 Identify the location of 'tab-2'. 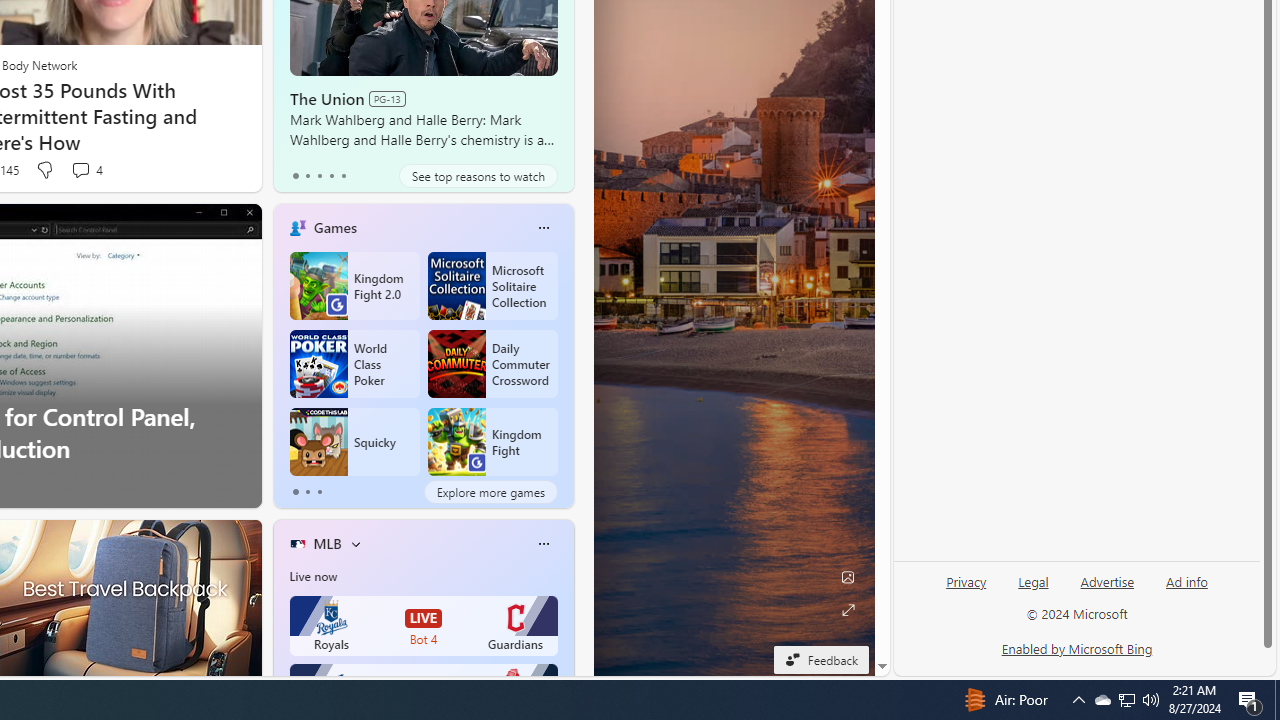
(320, 492).